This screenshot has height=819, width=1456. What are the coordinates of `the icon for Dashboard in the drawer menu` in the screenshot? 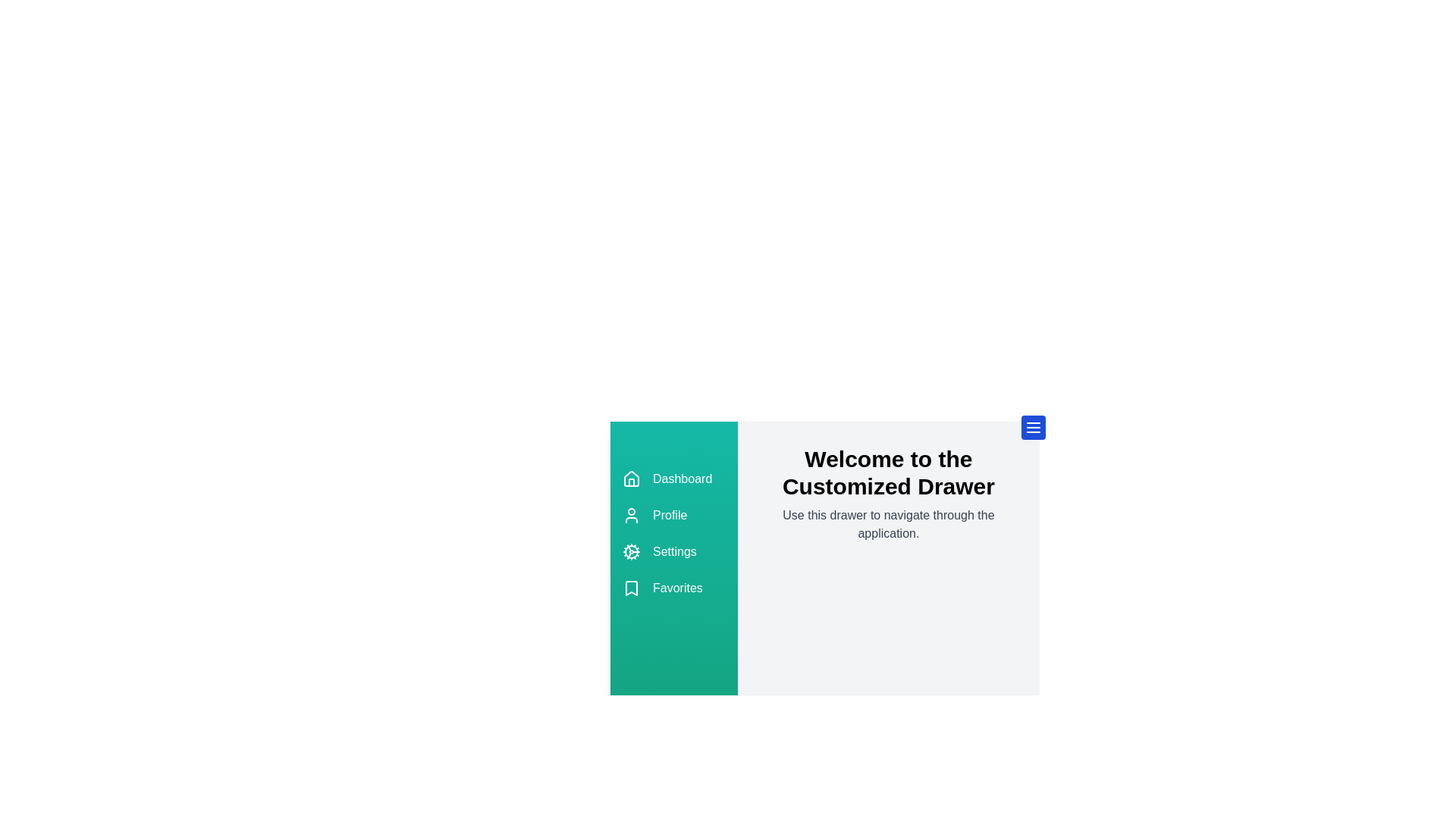 It's located at (632, 479).